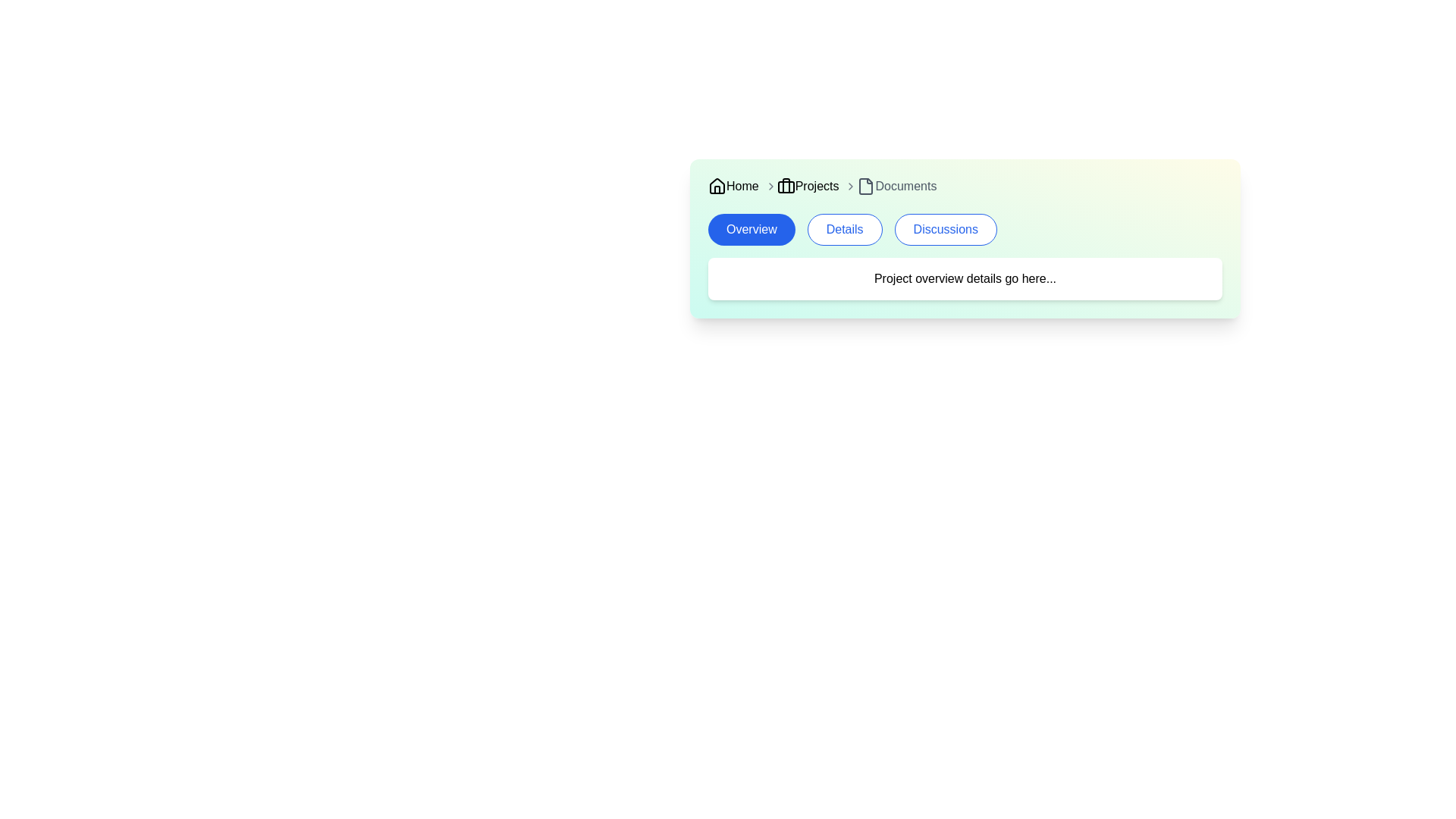  What do you see at coordinates (716, 185) in the screenshot?
I see `the house icon in the breadcrumb navigation bar` at bounding box center [716, 185].